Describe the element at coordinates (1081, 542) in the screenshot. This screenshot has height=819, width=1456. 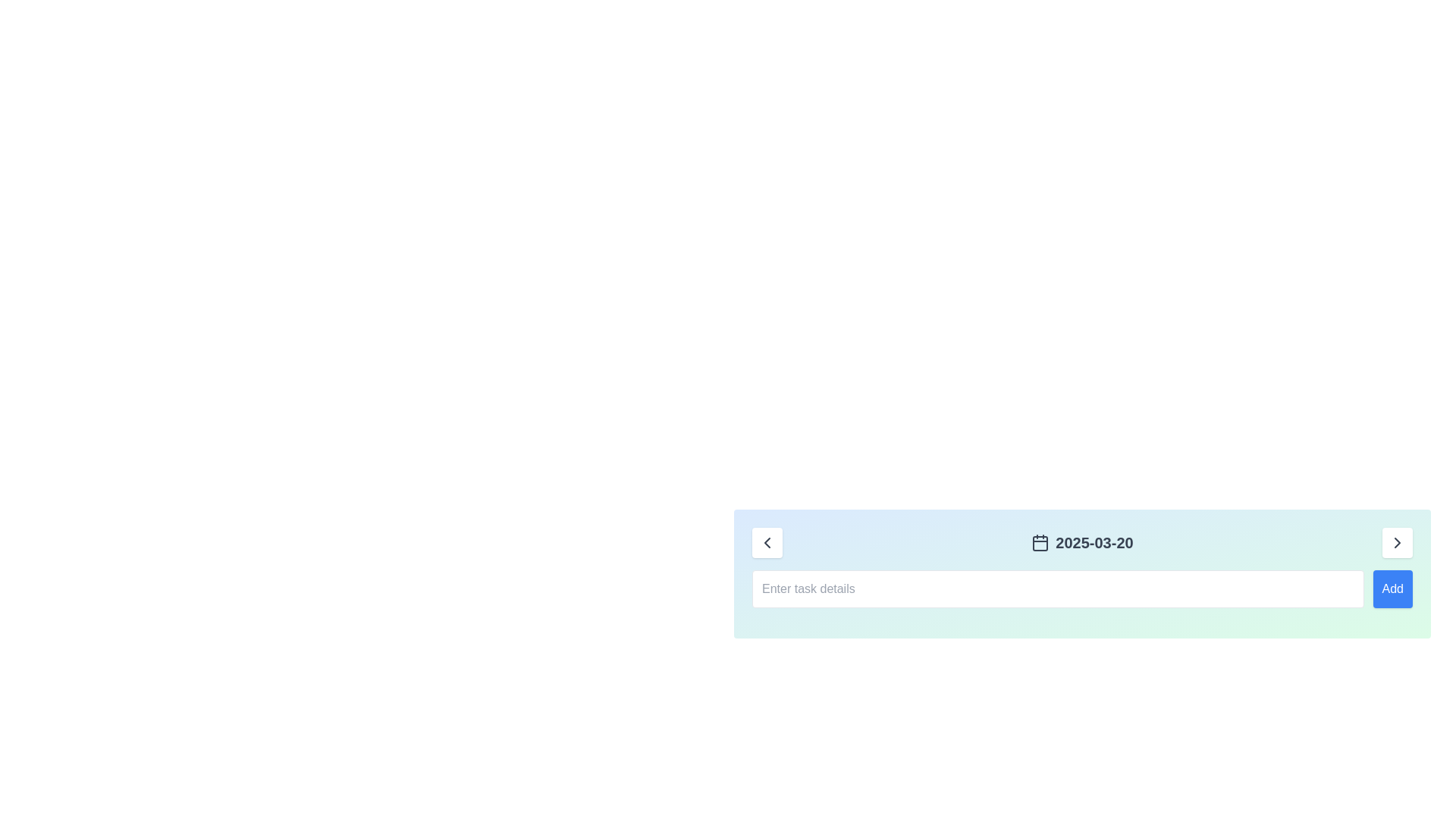
I see `the date text element, which is a combination of text and an icon indicating a date display and selector` at that location.